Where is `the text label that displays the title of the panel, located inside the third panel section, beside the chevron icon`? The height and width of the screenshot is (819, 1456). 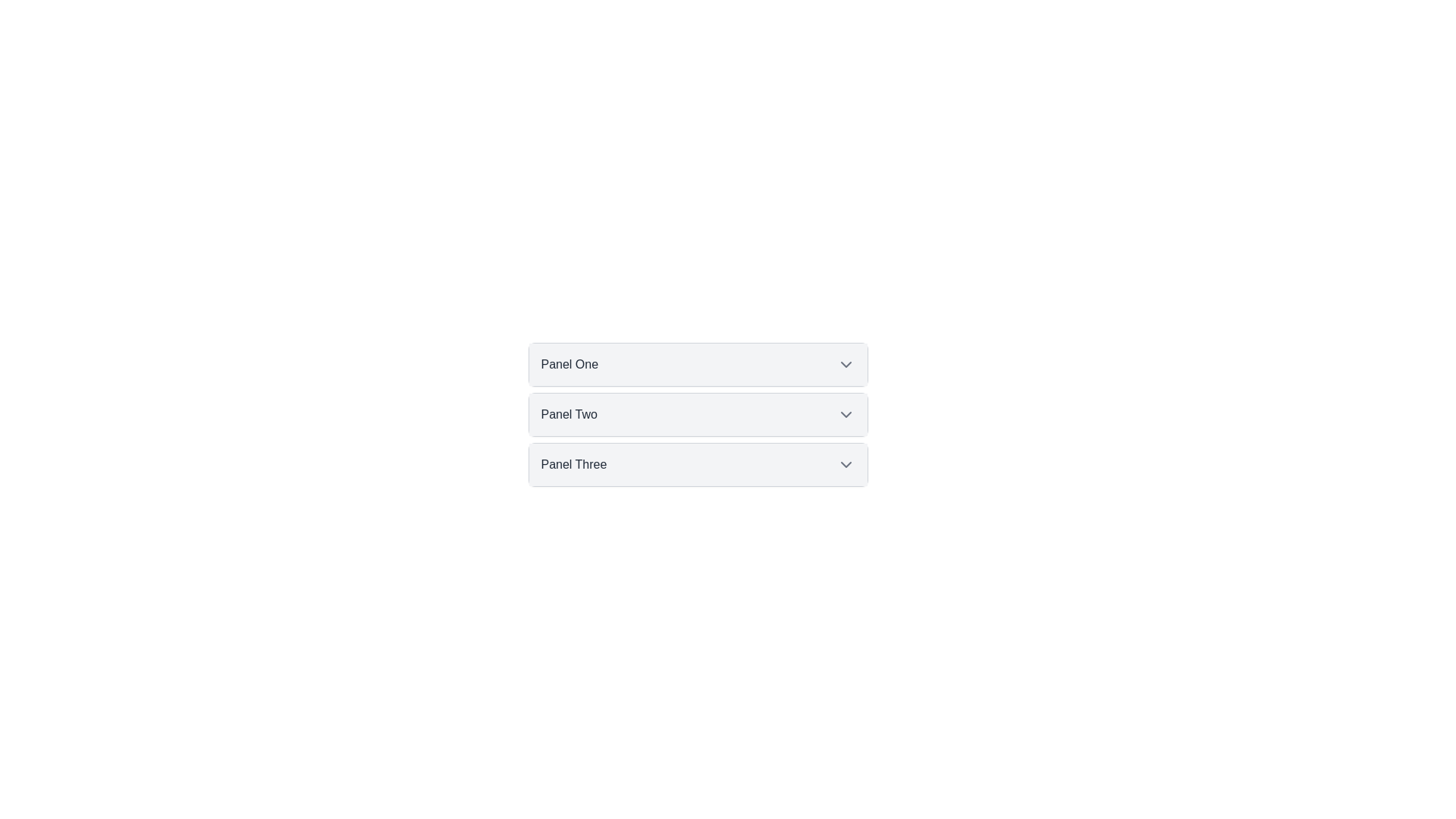 the text label that displays the title of the panel, located inside the third panel section, beside the chevron icon is located at coordinates (573, 464).